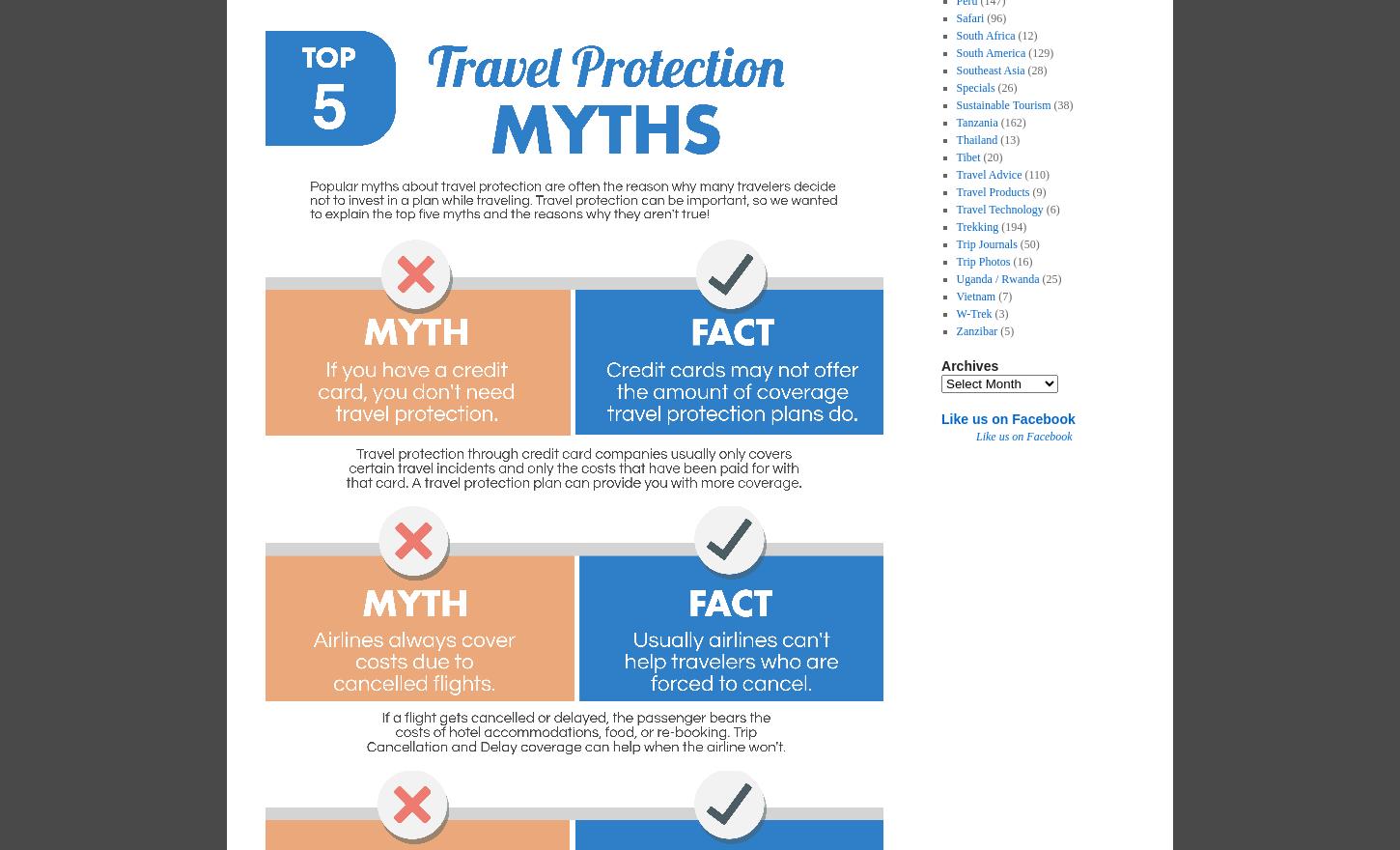  Describe the element at coordinates (999, 312) in the screenshot. I see `'(3)'` at that location.